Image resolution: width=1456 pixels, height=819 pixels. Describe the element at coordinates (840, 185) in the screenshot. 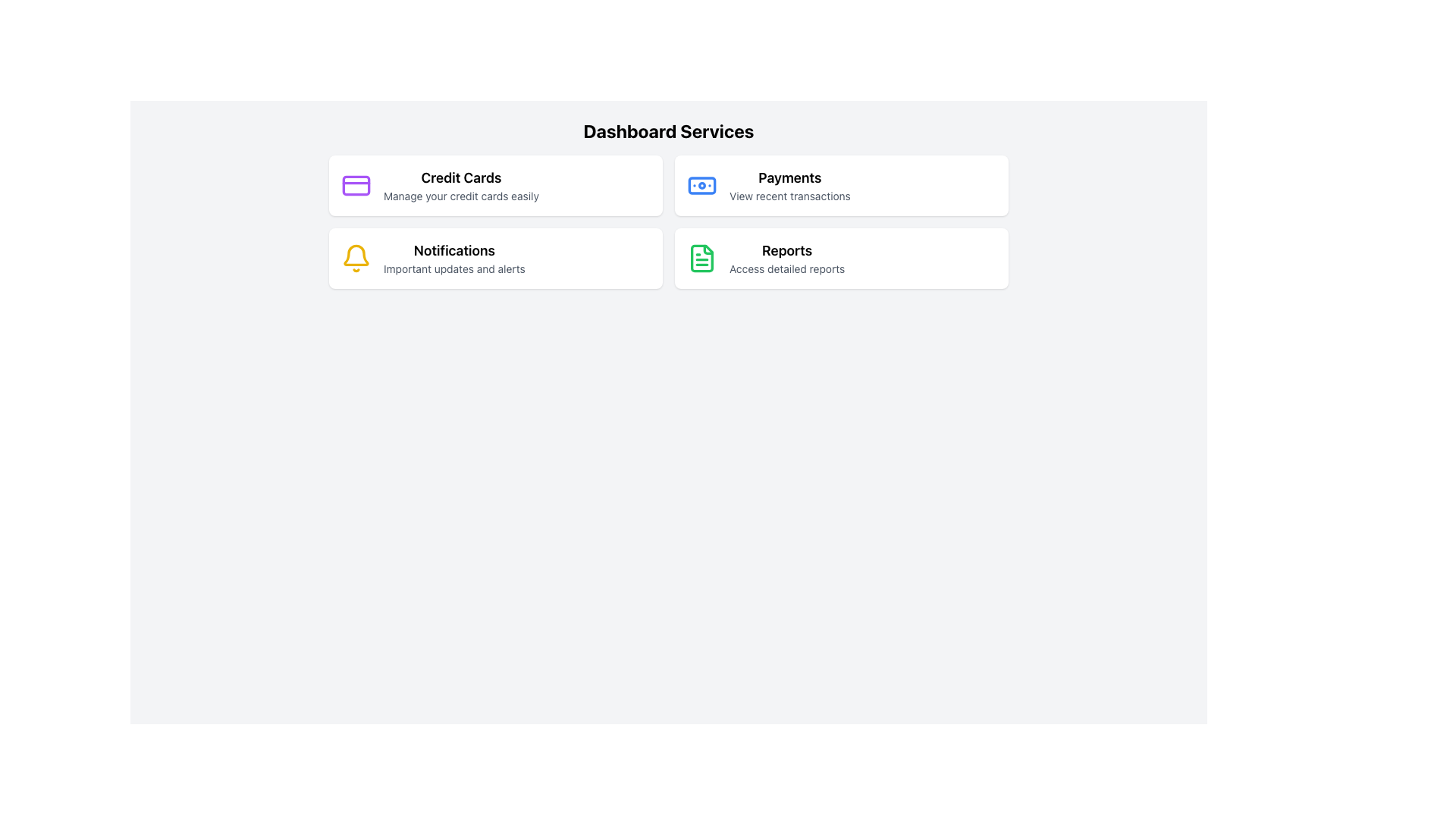

I see `the panel styled with a white background featuring a blue icon on the left and the text 'Payments' in bold along with 'View recent transactions' in smaller gray text, located in the top-right part of the grid layout` at that location.